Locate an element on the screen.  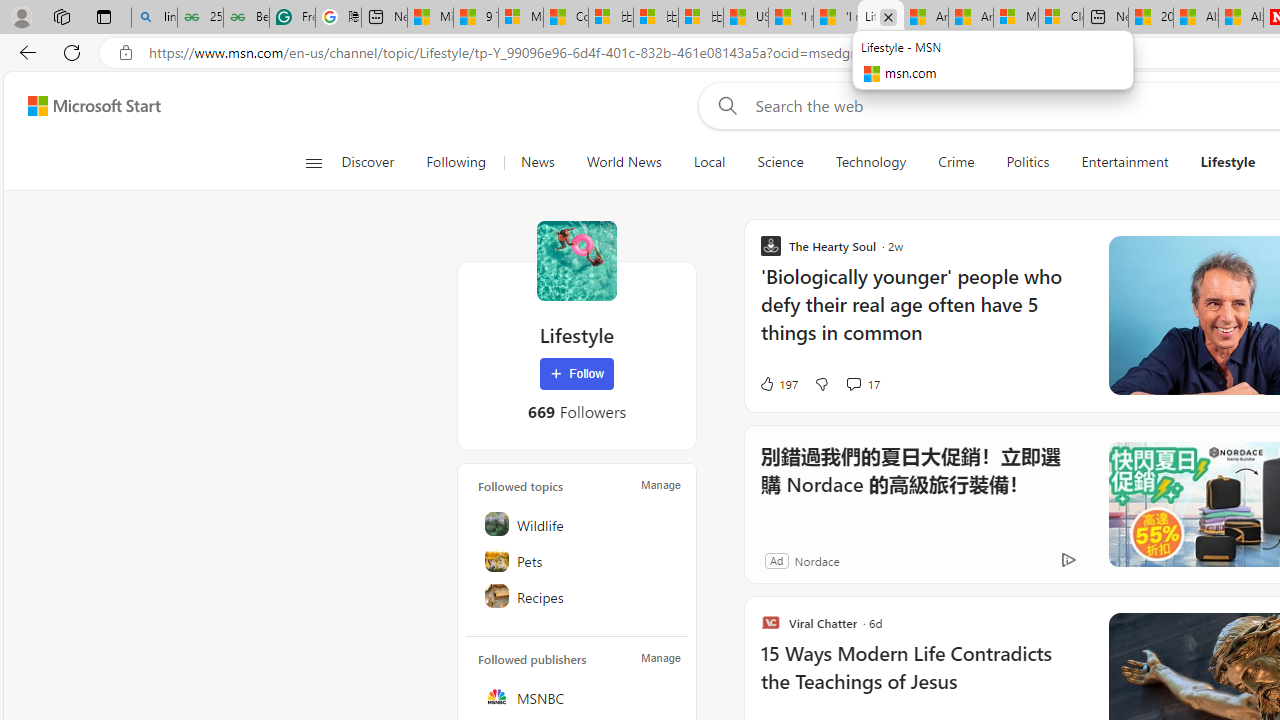
'Ad' is located at coordinates (775, 560).